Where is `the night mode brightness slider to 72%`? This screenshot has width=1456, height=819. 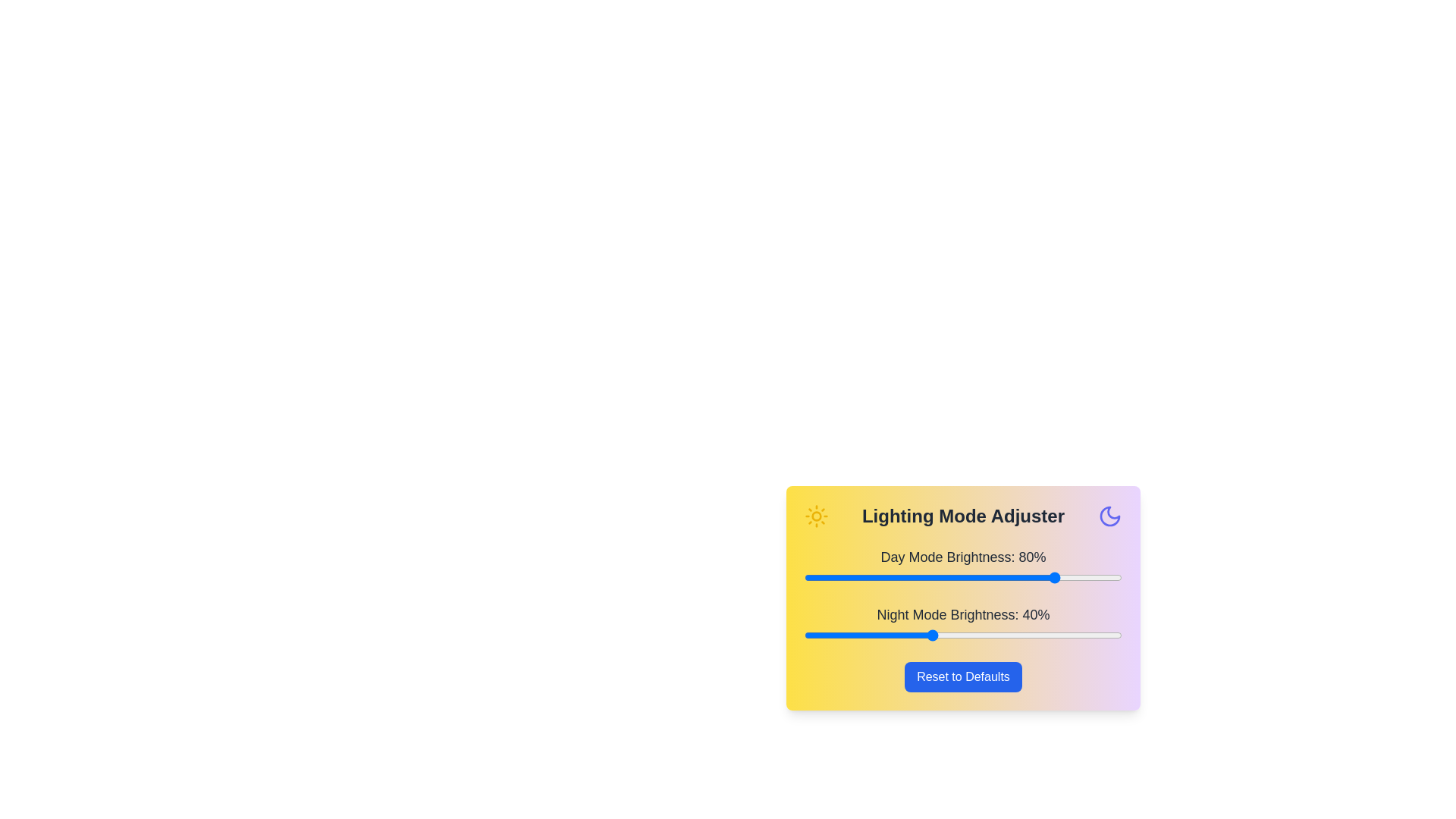 the night mode brightness slider to 72% is located at coordinates (1032, 635).